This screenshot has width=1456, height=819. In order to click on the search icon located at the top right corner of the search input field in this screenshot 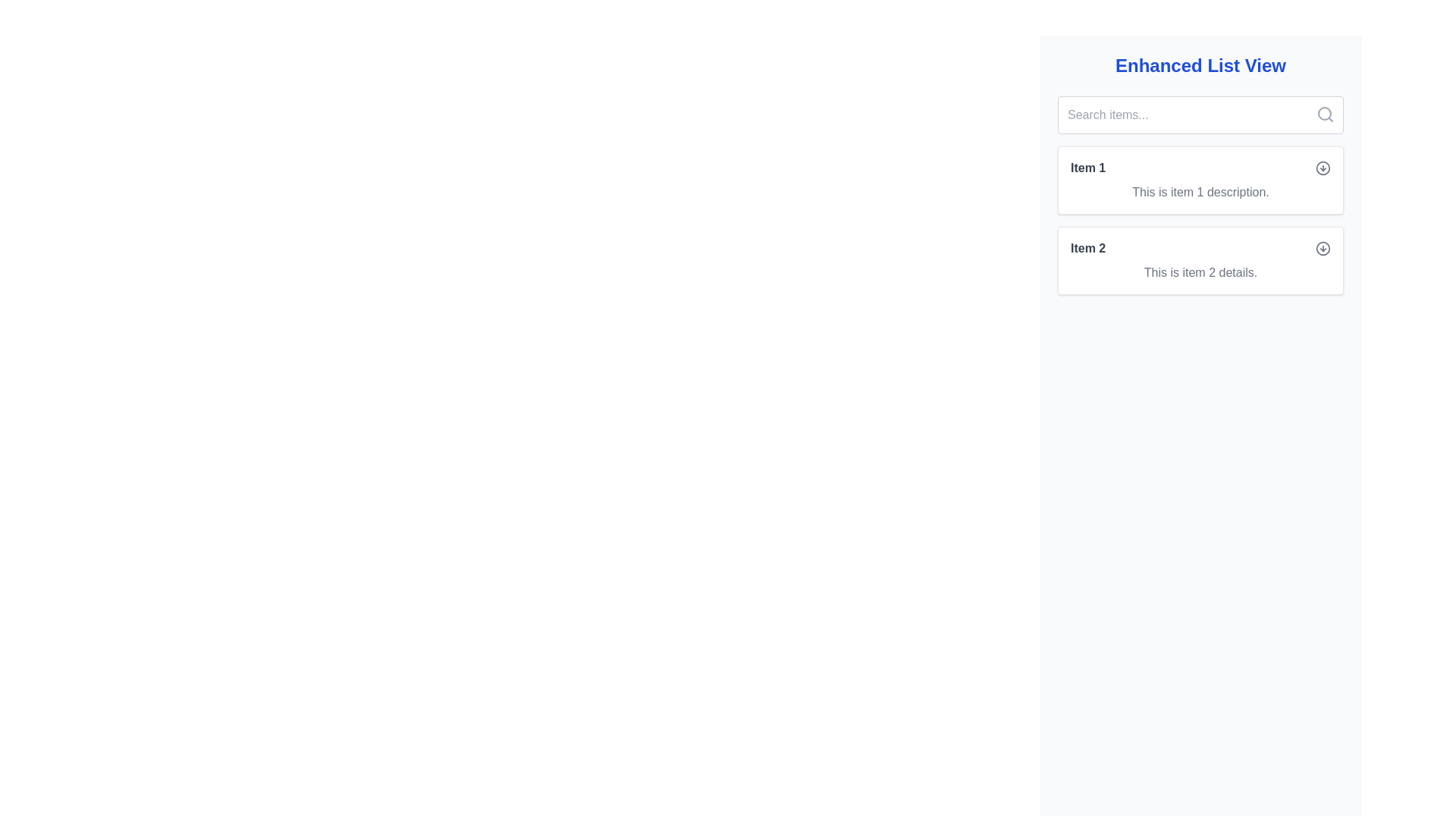, I will do `click(1324, 113)`.